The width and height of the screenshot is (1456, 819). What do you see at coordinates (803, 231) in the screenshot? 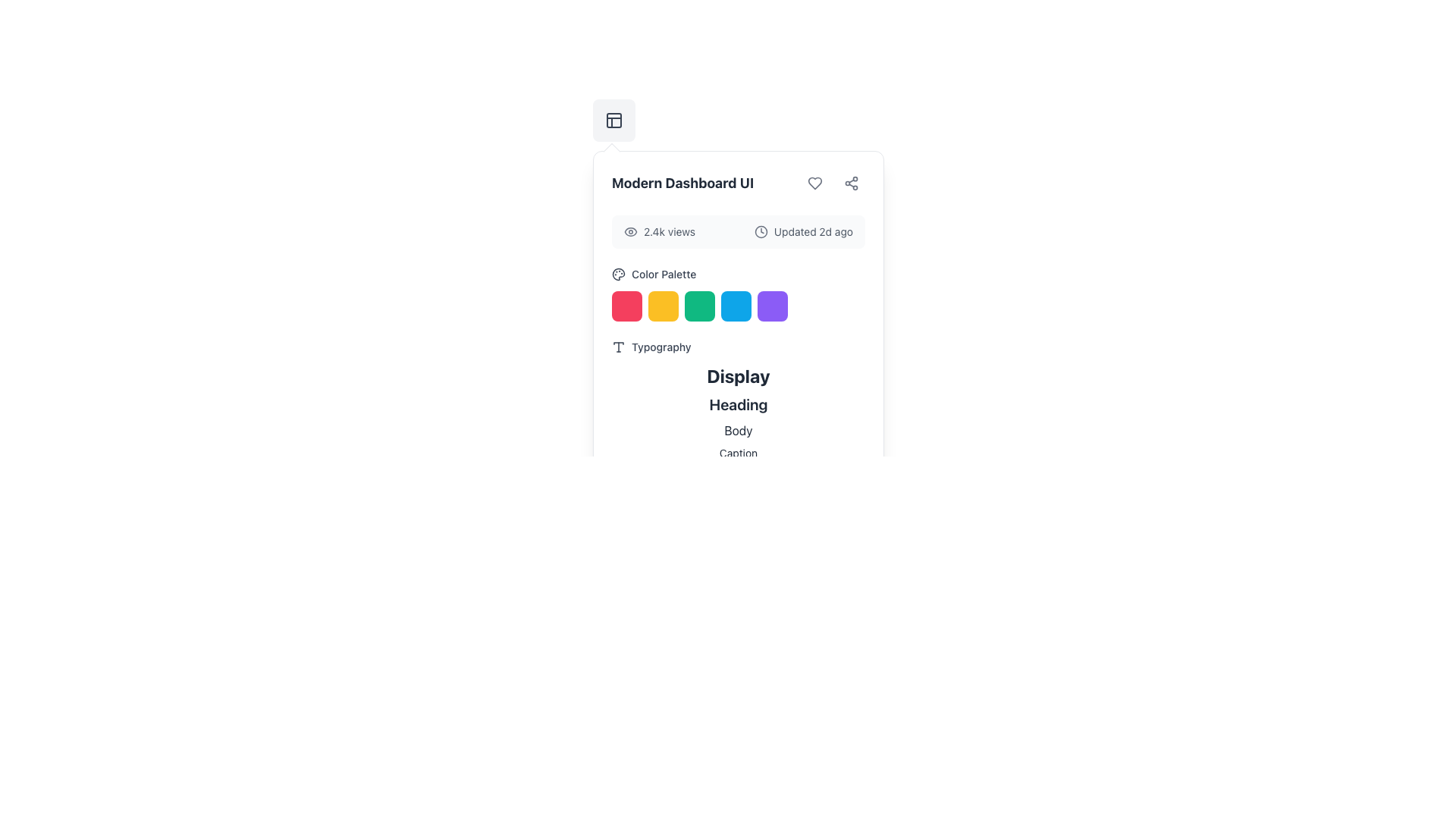
I see `the metadata element displaying the text 'Updated 2d ago' and the clock icon, which is styled in gray and located to the right of the '2.4k views' element` at bounding box center [803, 231].